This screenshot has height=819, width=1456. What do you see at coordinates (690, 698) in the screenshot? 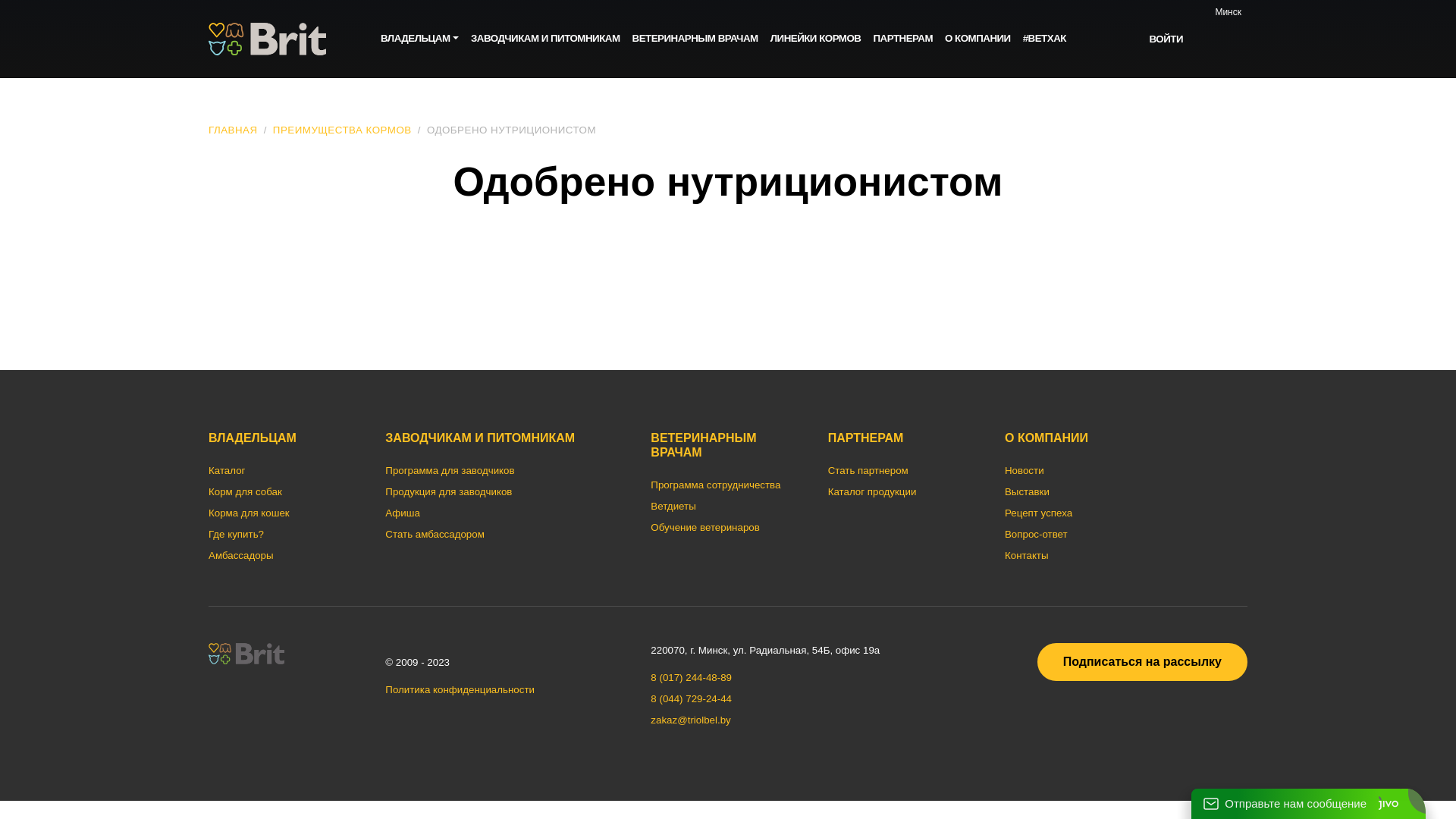
I see `'8 (044) 729-24-44'` at bounding box center [690, 698].